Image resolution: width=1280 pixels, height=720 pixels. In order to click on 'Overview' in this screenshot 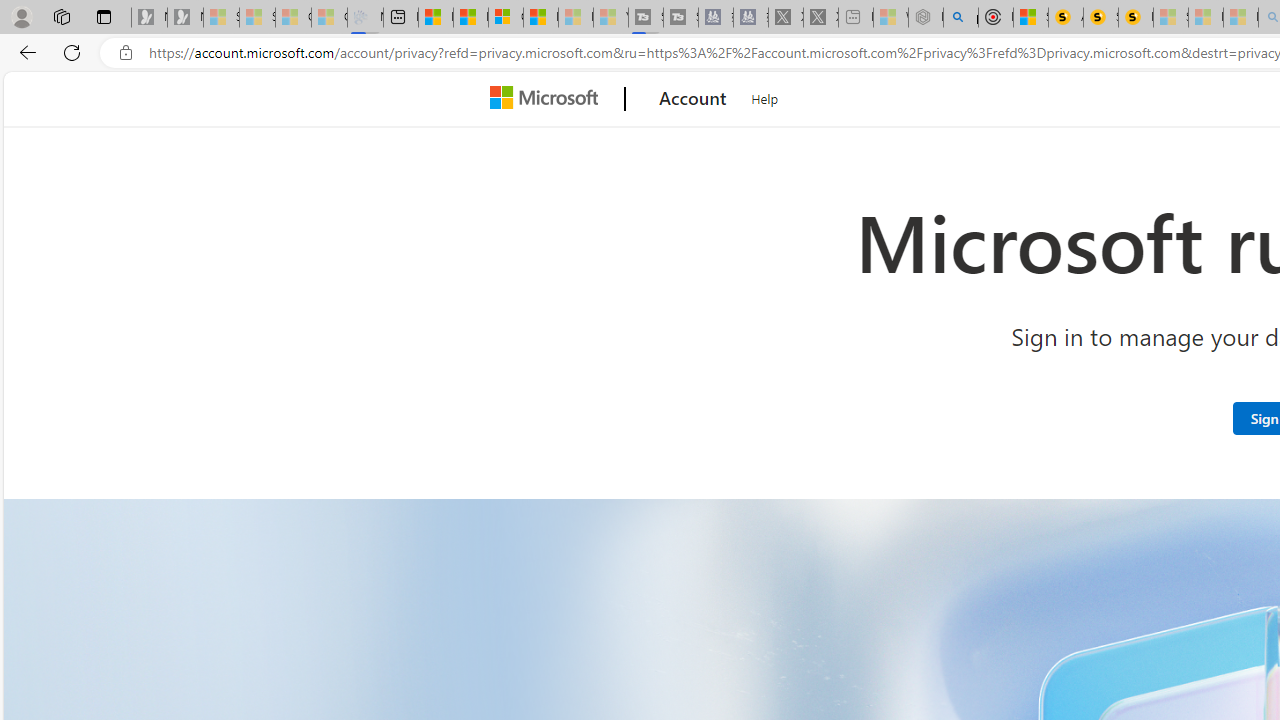, I will do `click(506, 17)`.